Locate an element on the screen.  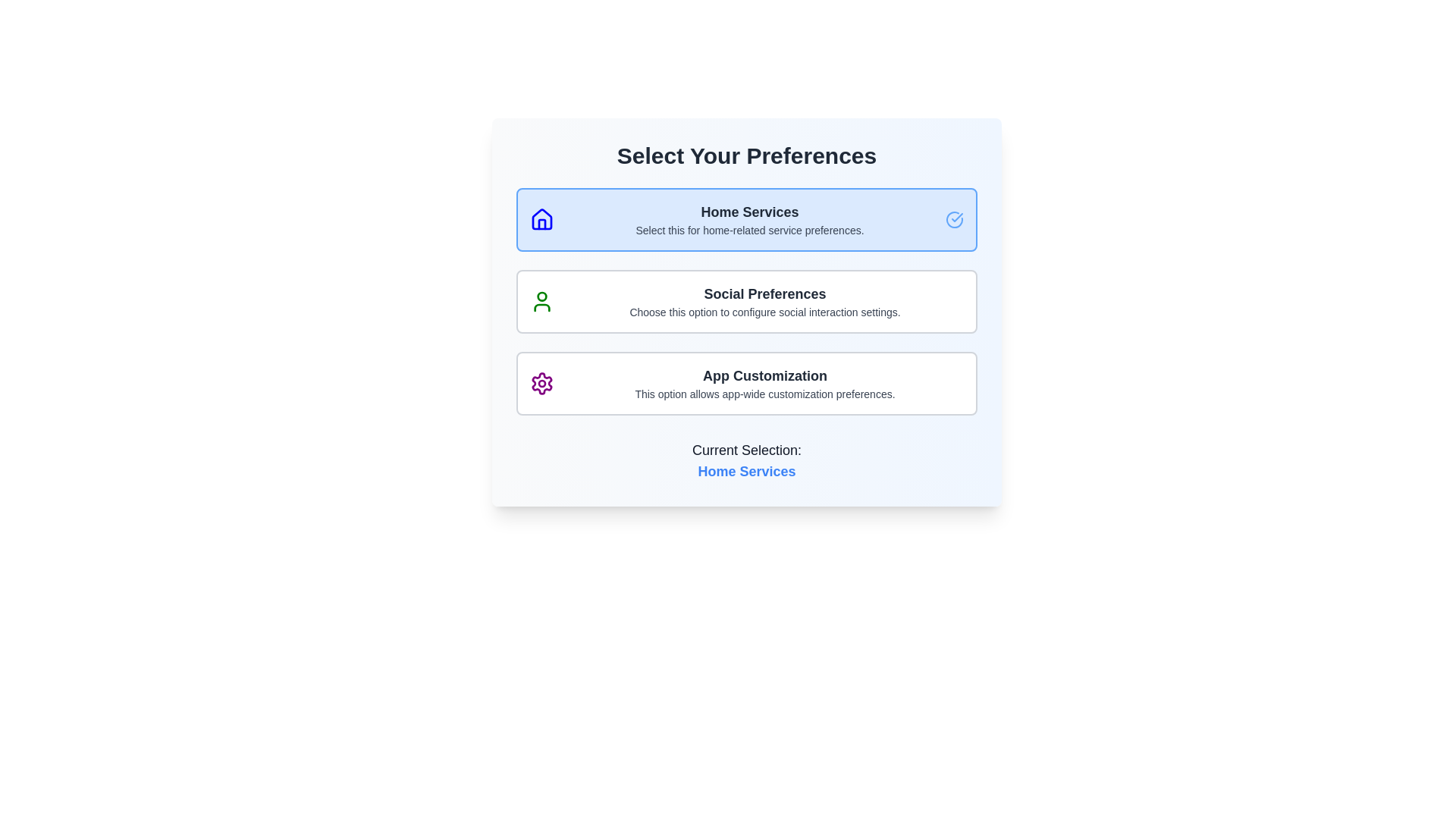
the header text indicating the purpose of the selection module for configuring social interaction settings, which is centrally aligned in the 'Select Your Preferences' interface is located at coordinates (764, 294).